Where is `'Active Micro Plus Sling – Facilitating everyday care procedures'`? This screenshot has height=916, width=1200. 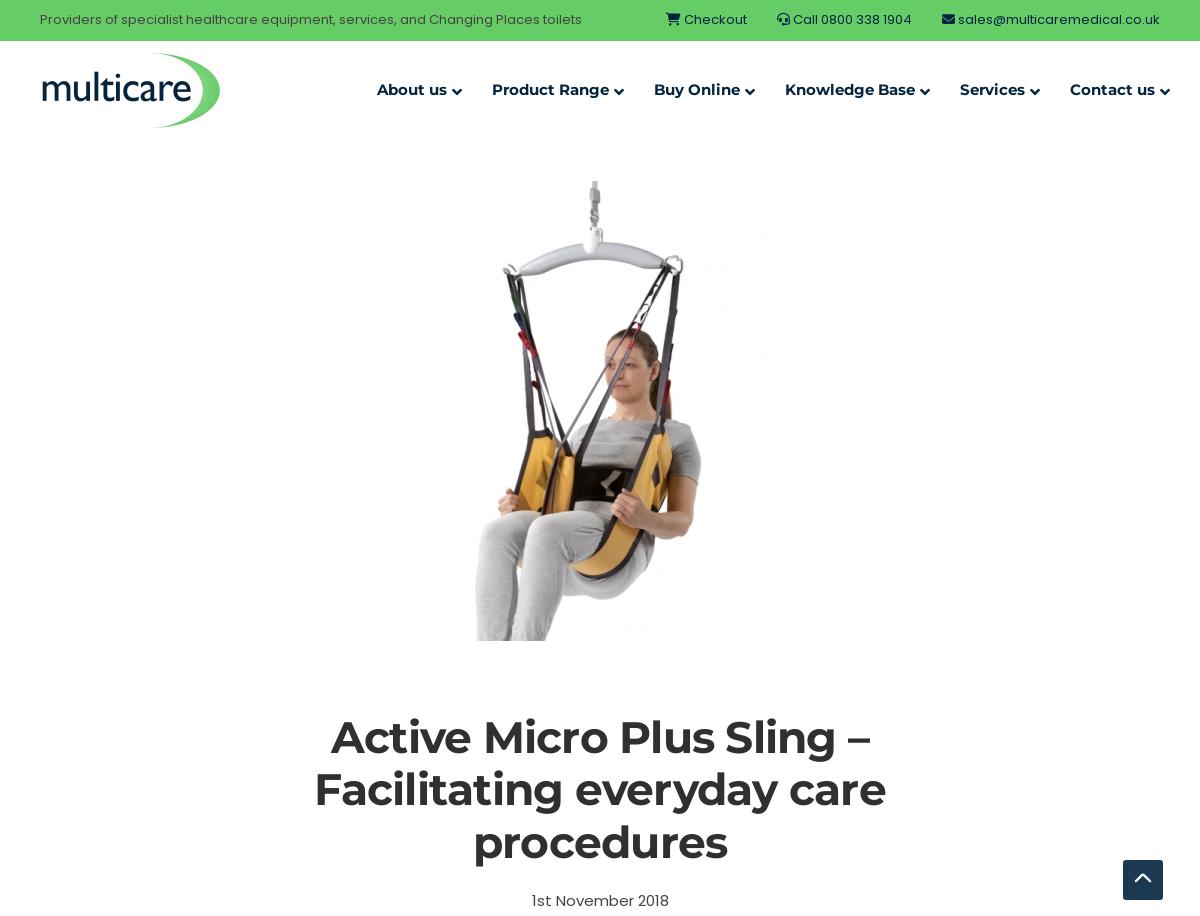 'Active Micro Plus Sling – Facilitating everyday care procedures' is located at coordinates (598, 788).